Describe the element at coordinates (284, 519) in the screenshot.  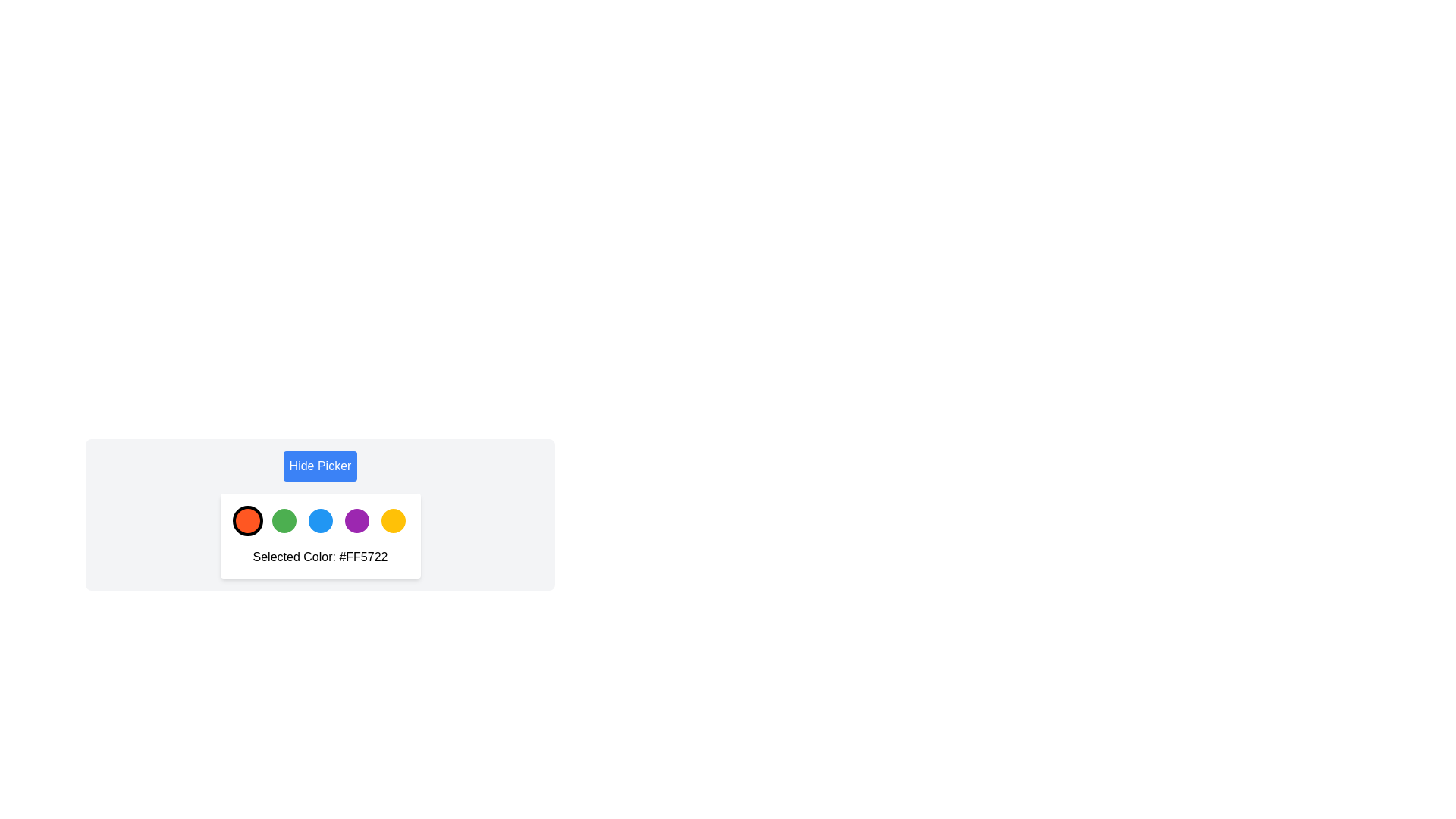
I see `the selectable circle icon with a green background and white border` at that location.